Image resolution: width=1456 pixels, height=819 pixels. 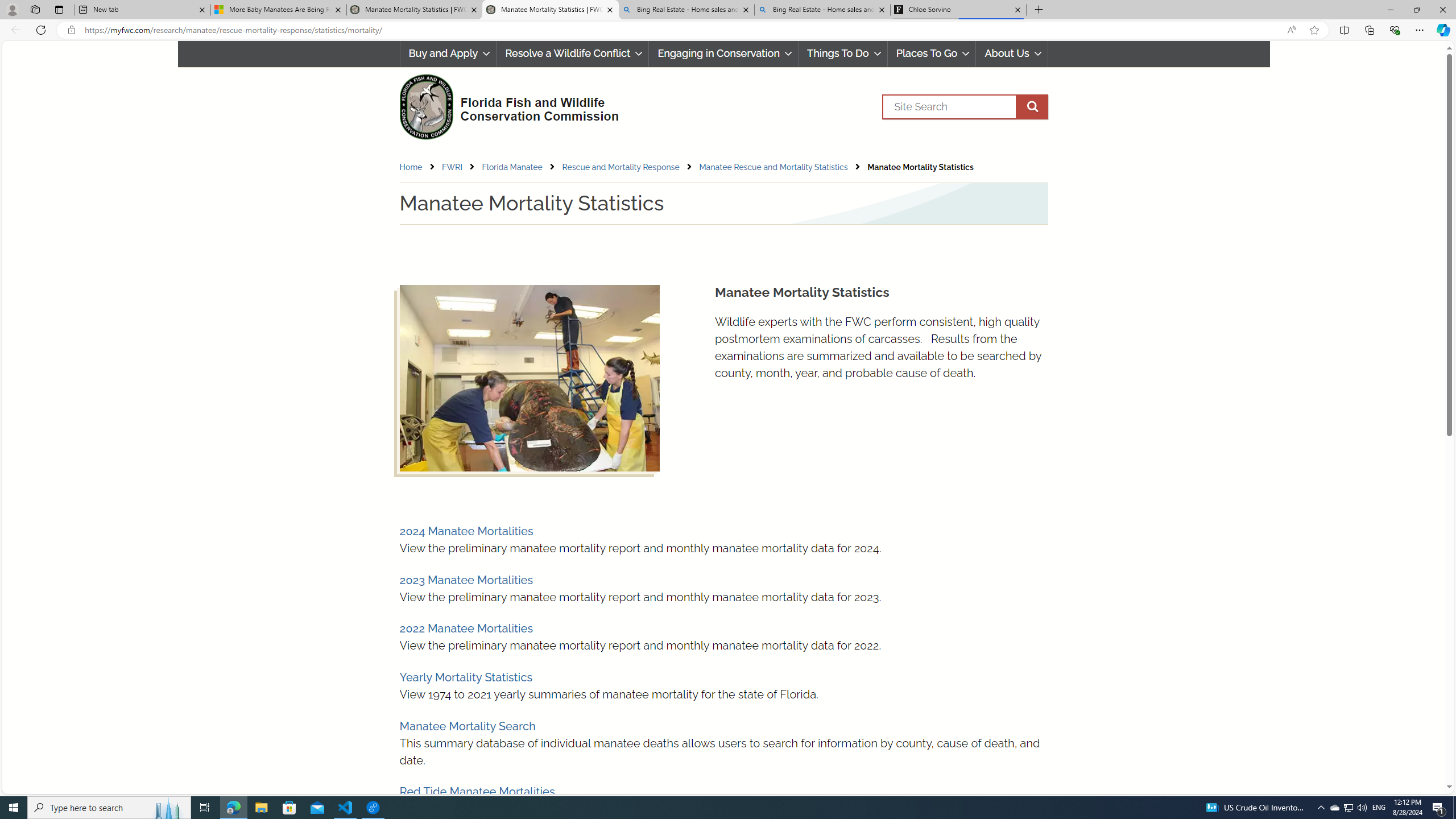 What do you see at coordinates (466, 579) in the screenshot?
I see `'2023 Manatee Mortalities'` at bounding box center [466, 579].